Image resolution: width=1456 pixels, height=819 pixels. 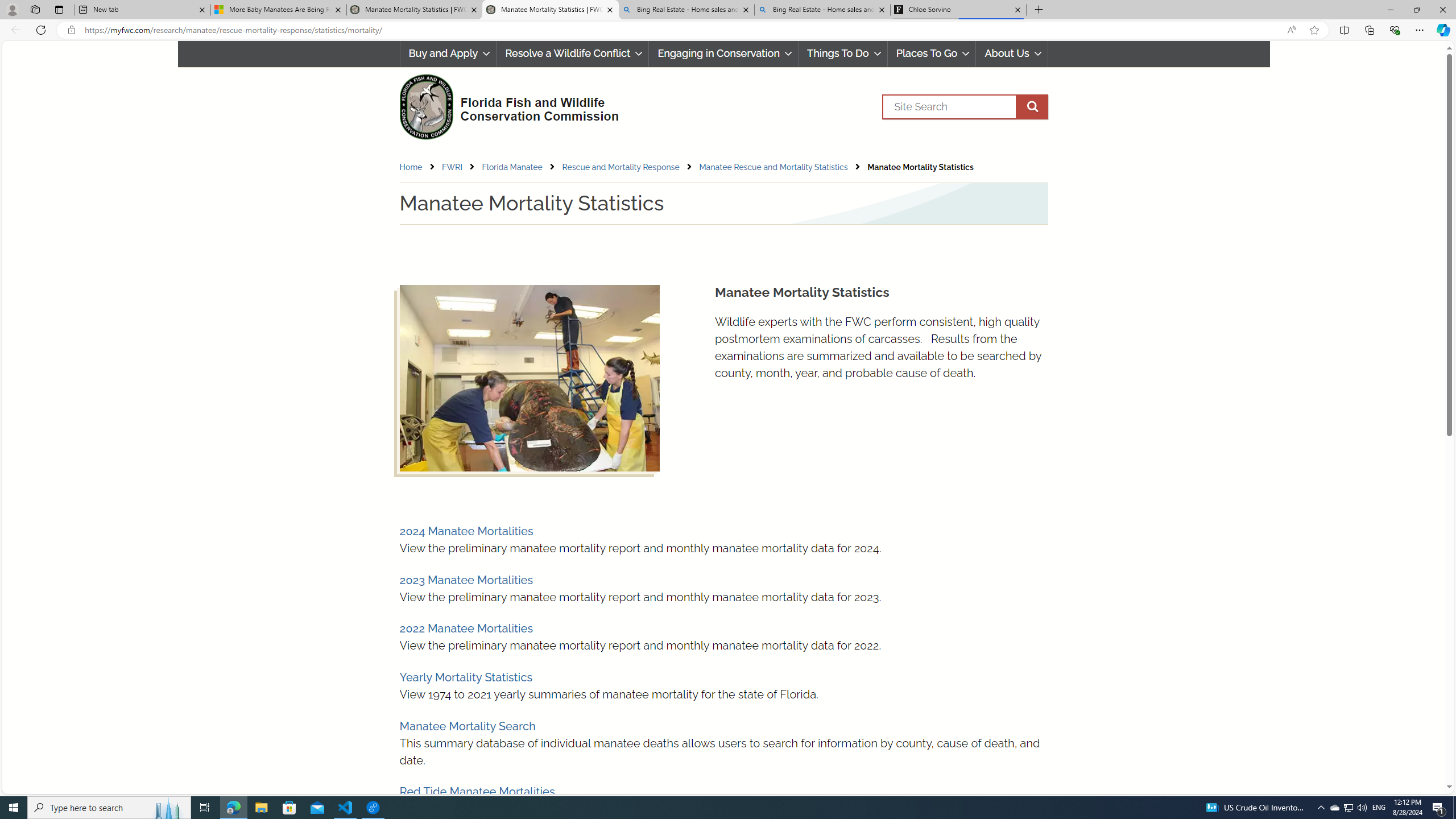 What do you see at coordinates (466, 579) in the screenshot?
I see `'2023 Manatee Mortalities'` at bounding box center [466, 579].